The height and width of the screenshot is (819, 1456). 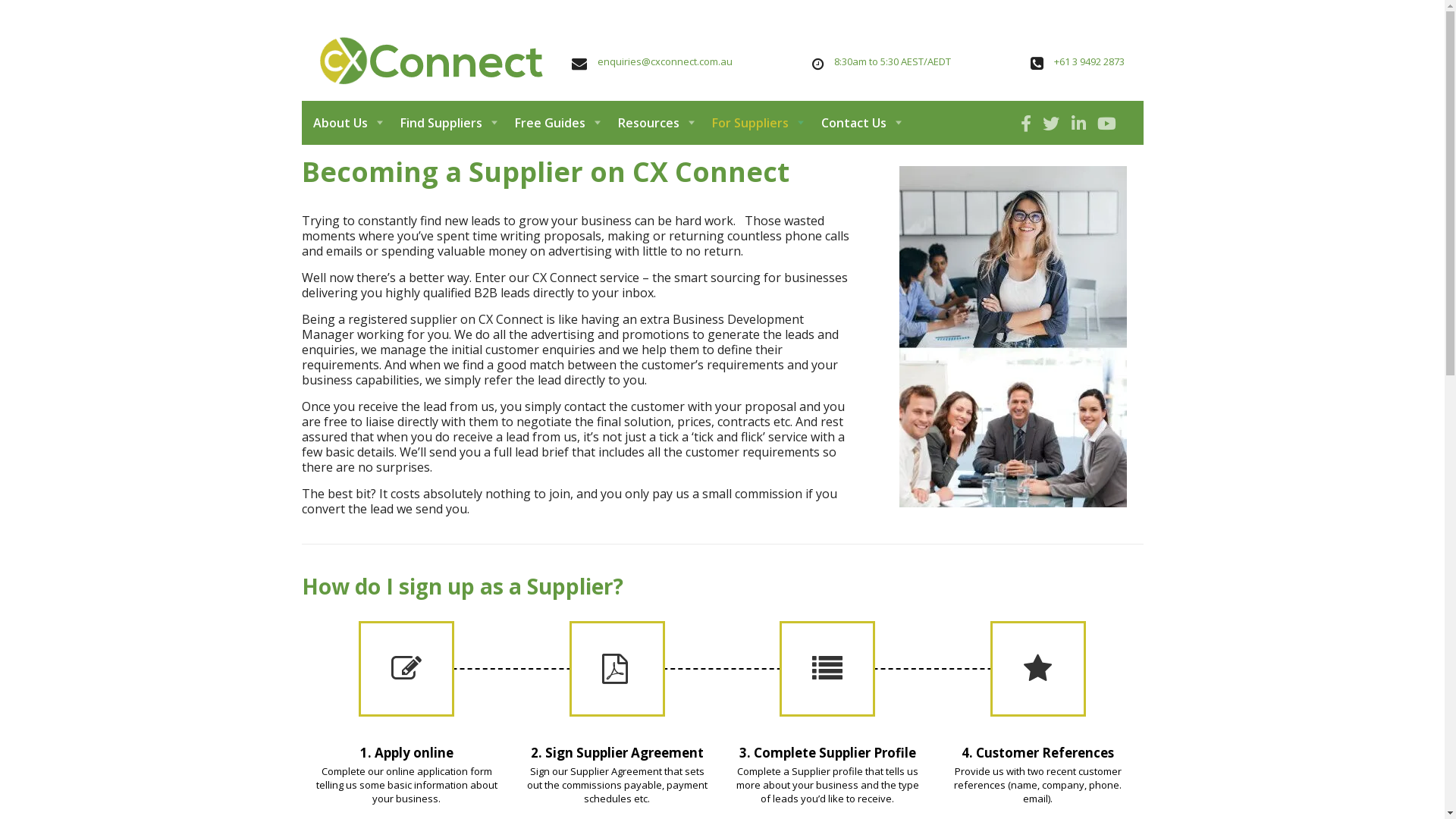 I want to click on ' ', so click(x=1052, y=121).